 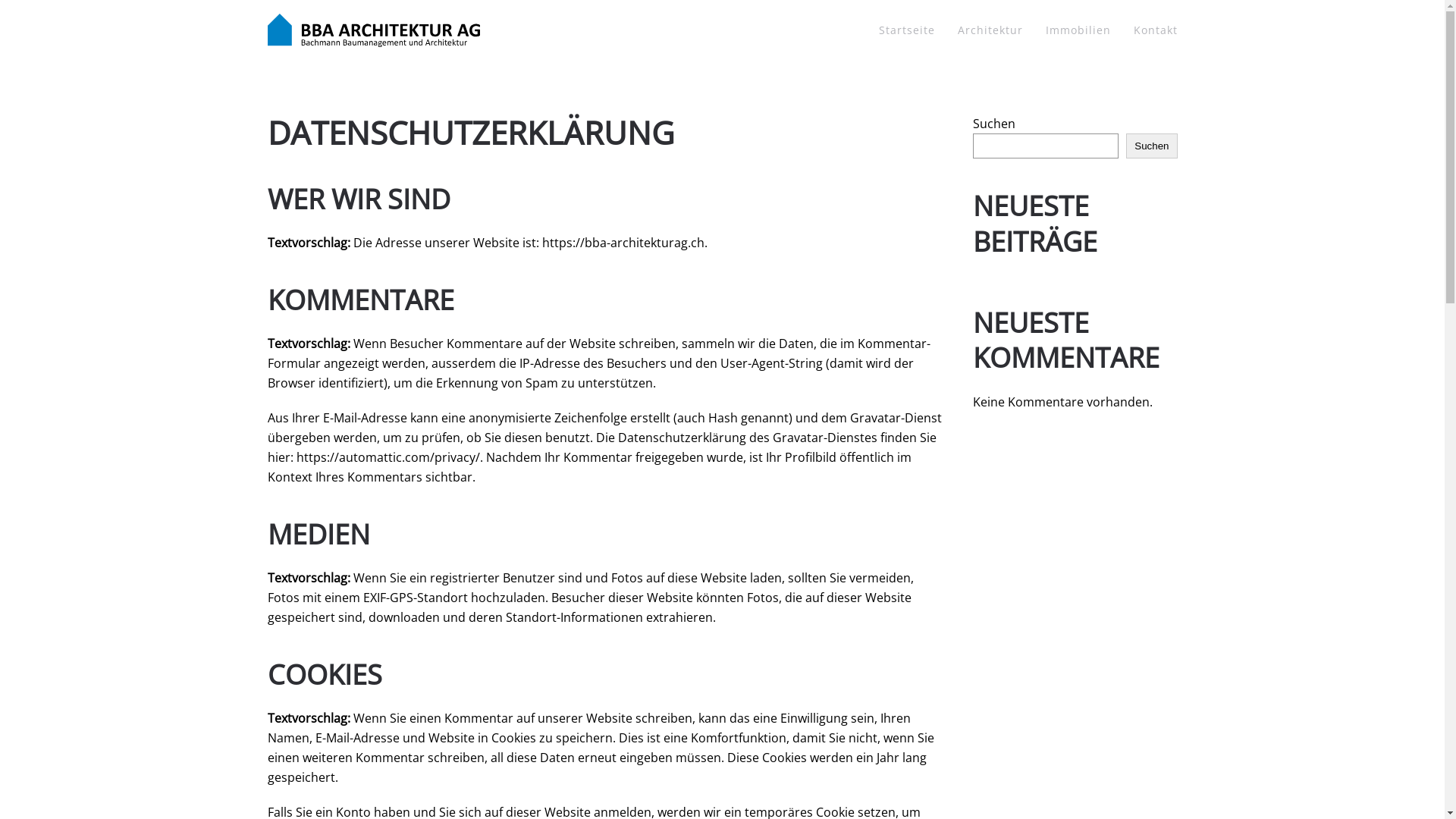 What do you see at coordinates (1076, 30) in the screenshot?
I see `'Immobilien'` at bounding box center [1076, 30].